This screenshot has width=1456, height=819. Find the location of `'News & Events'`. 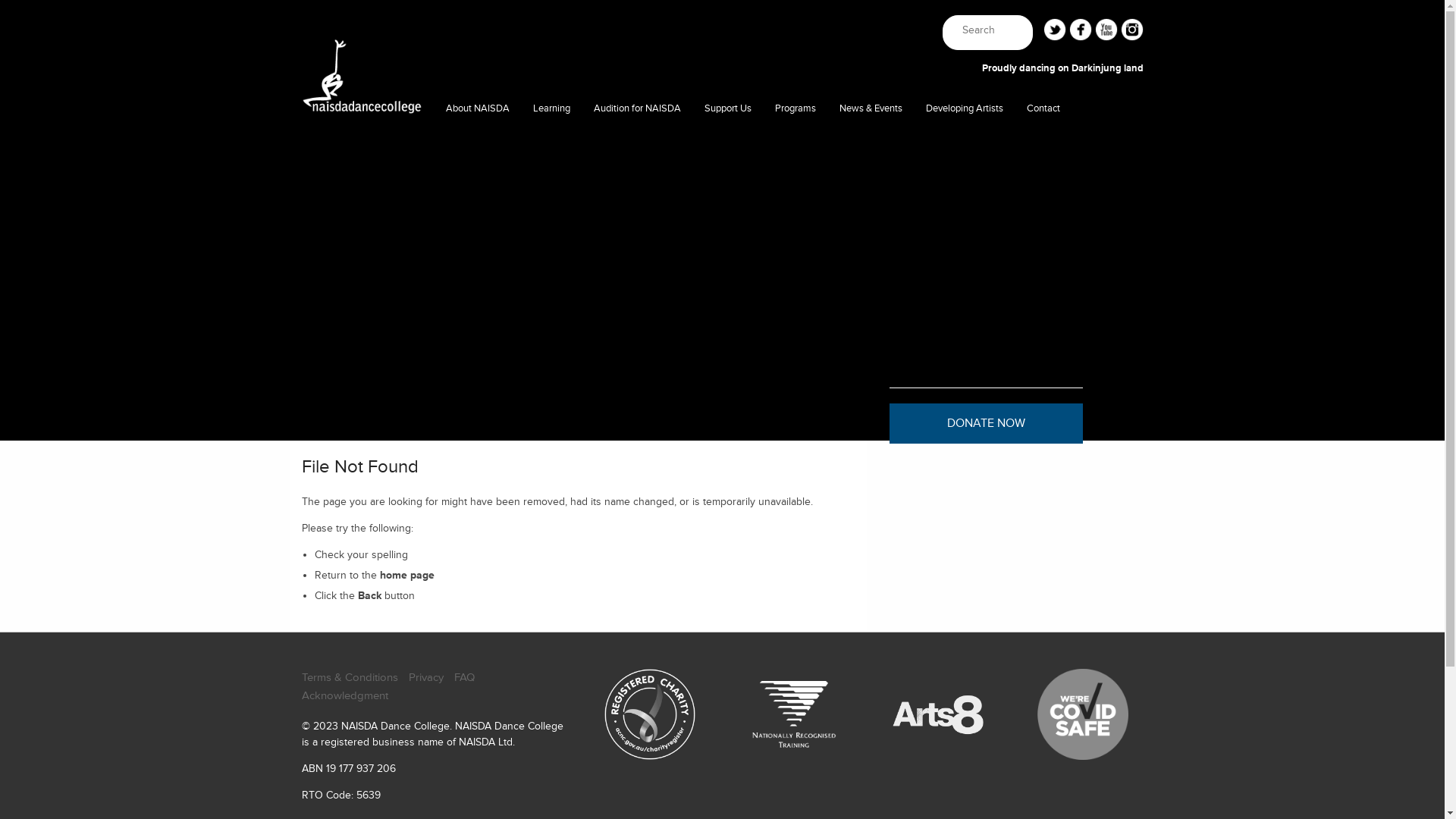

'News & Events' is located at coordinates (871, 108).